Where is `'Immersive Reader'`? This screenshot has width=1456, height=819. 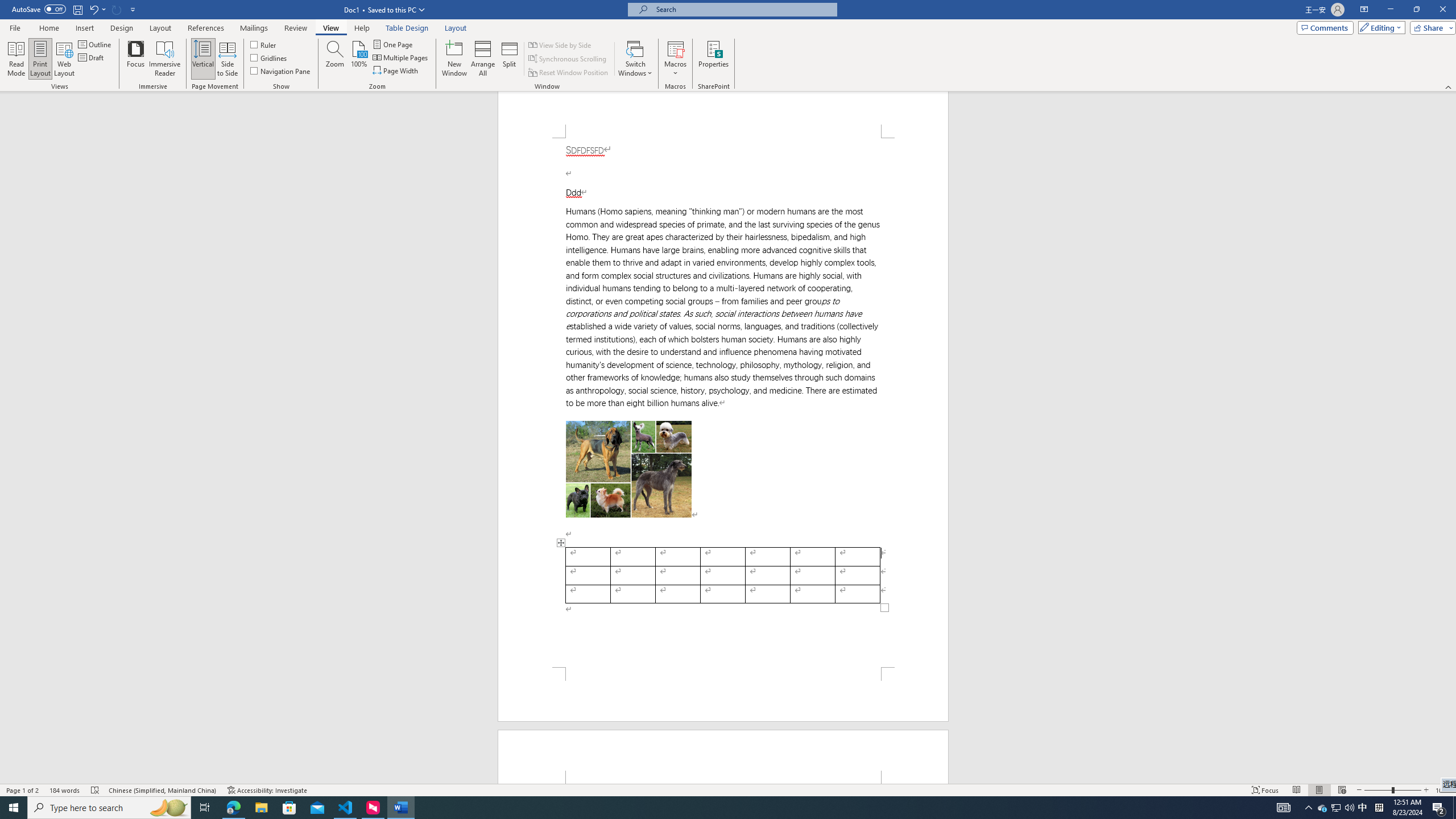 'Immersive Reader' is located at coordinates (164, 59).